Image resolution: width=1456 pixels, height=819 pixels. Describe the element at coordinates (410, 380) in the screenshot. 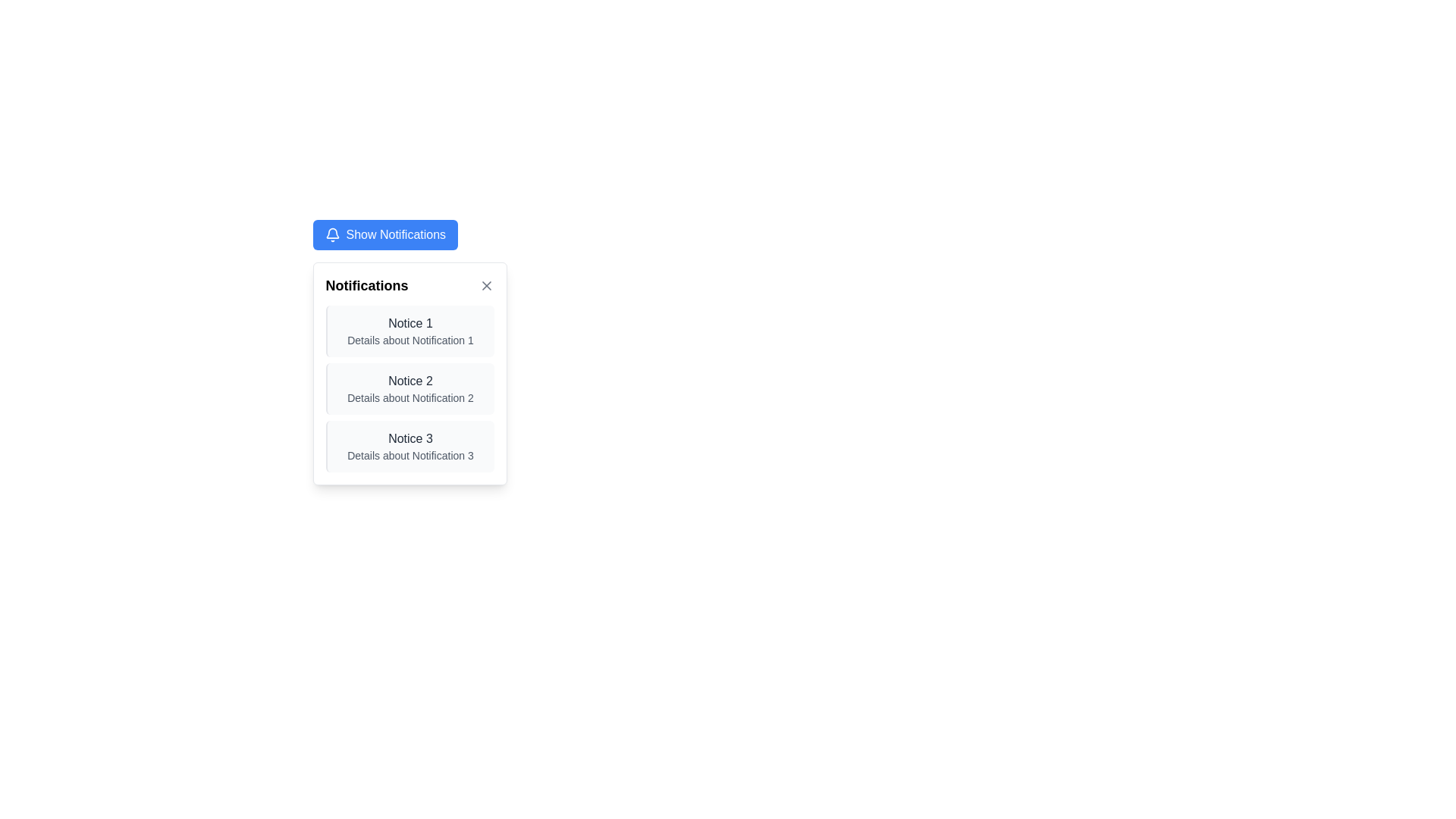

I see `title text of the notification, which is the second in the sequence and located in the middle of the notification card` at that location.